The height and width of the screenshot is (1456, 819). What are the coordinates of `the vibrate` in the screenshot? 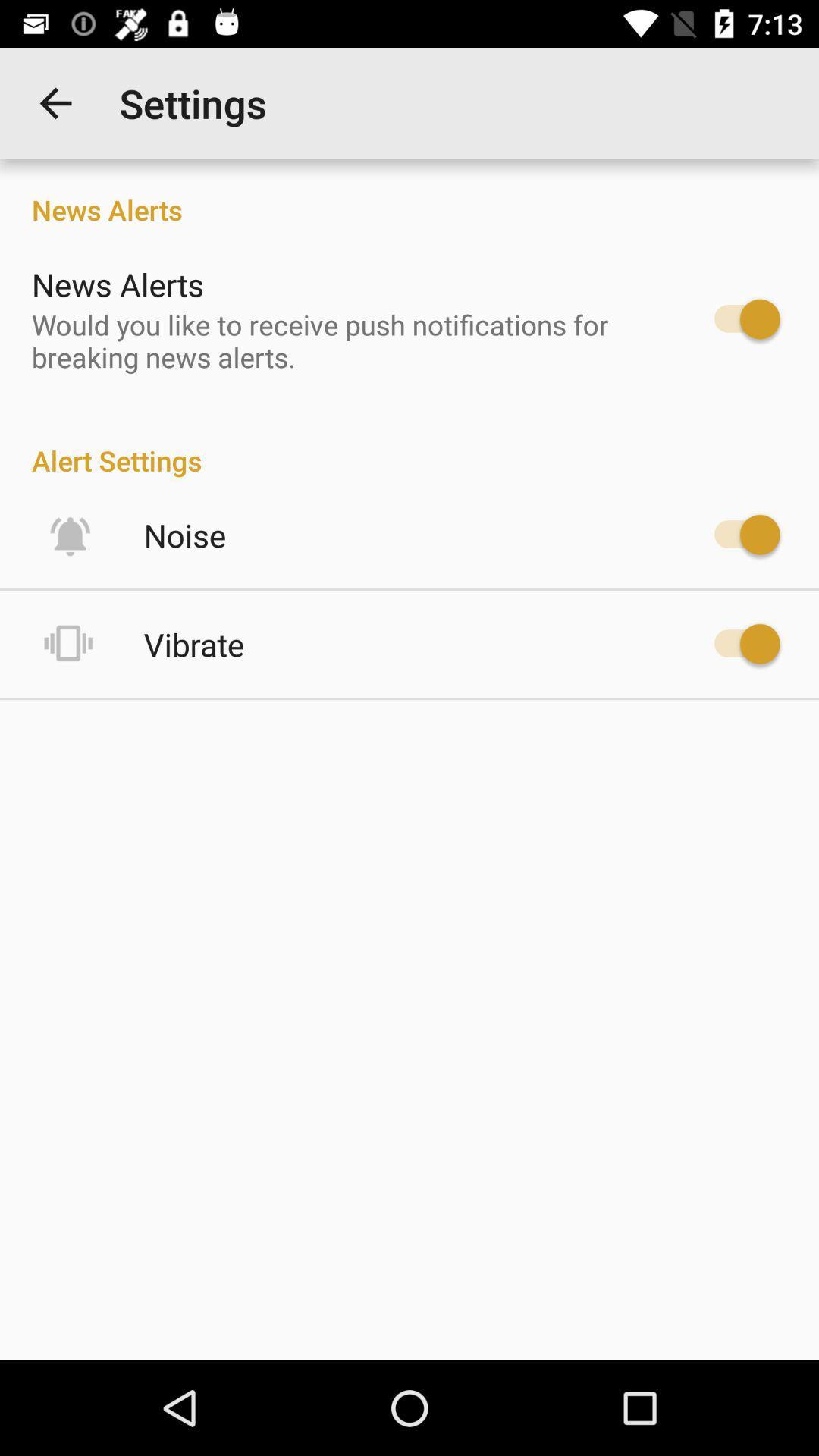 It's located at (193, 644).